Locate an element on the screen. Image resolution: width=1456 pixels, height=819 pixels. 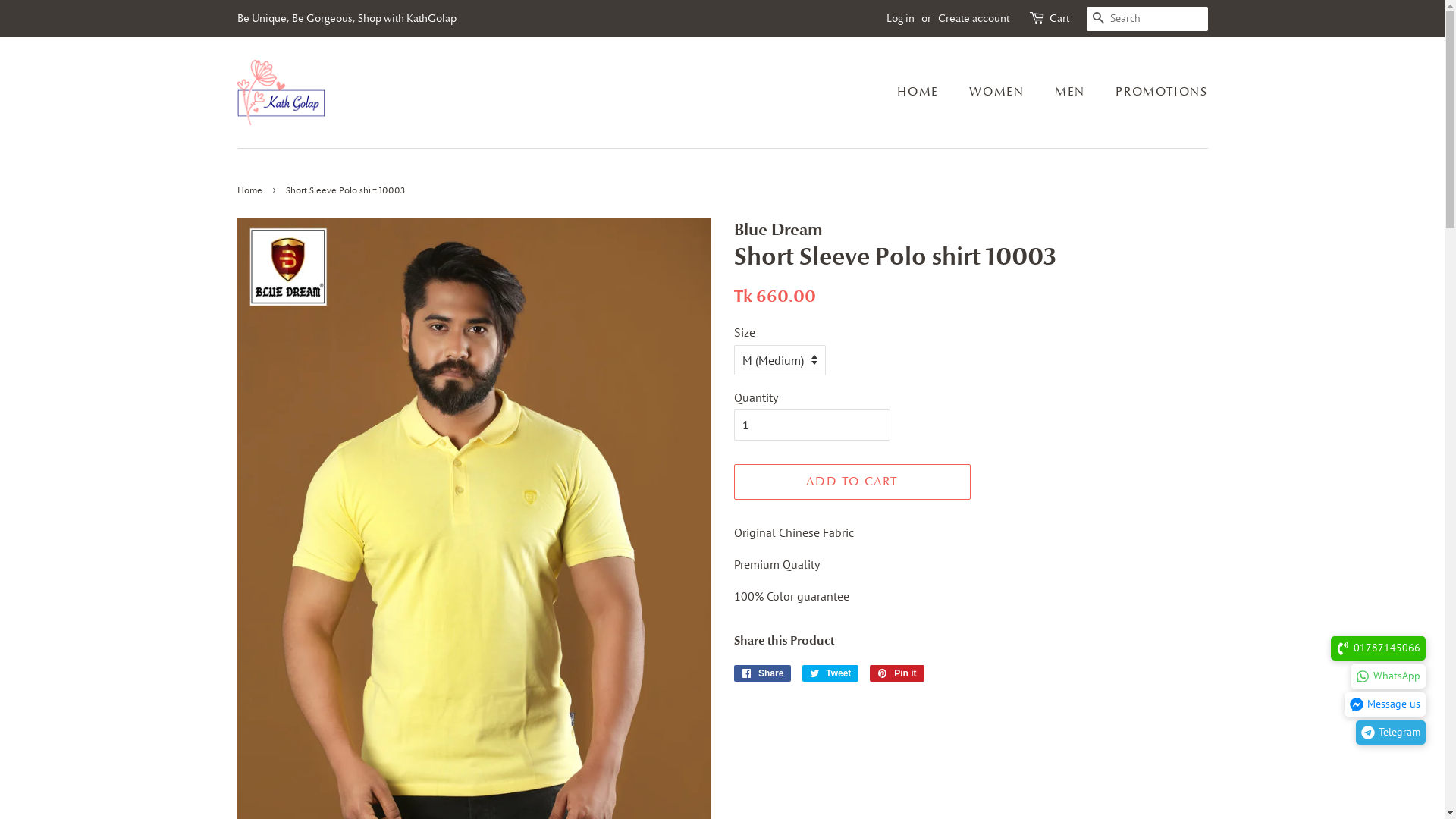
'Tweet is located at coordinates (801, 672).